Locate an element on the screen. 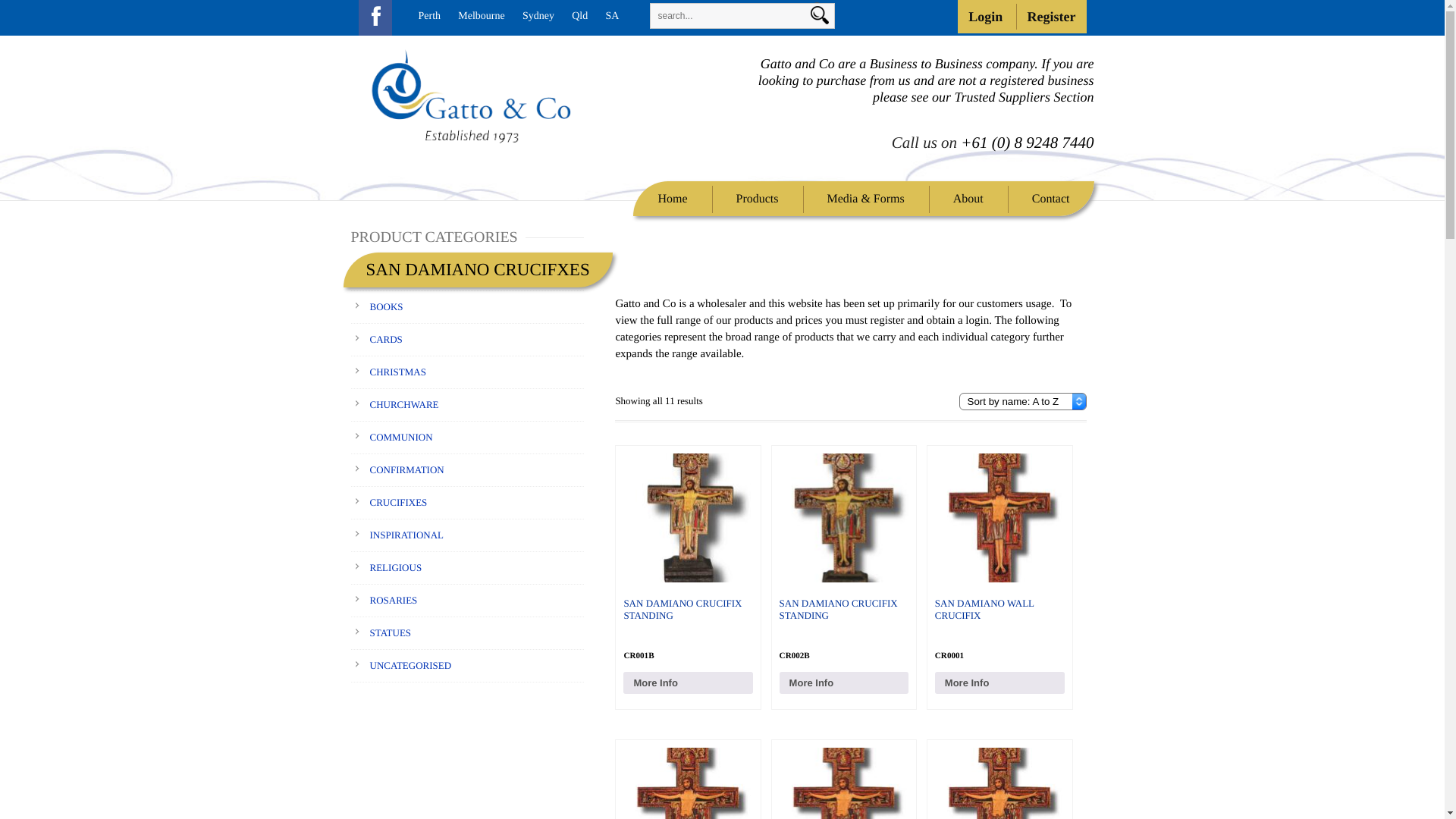 The image size is (1456, 819). '+61 (0) 8 9248 7440' is located at coordinates (1027, 143).